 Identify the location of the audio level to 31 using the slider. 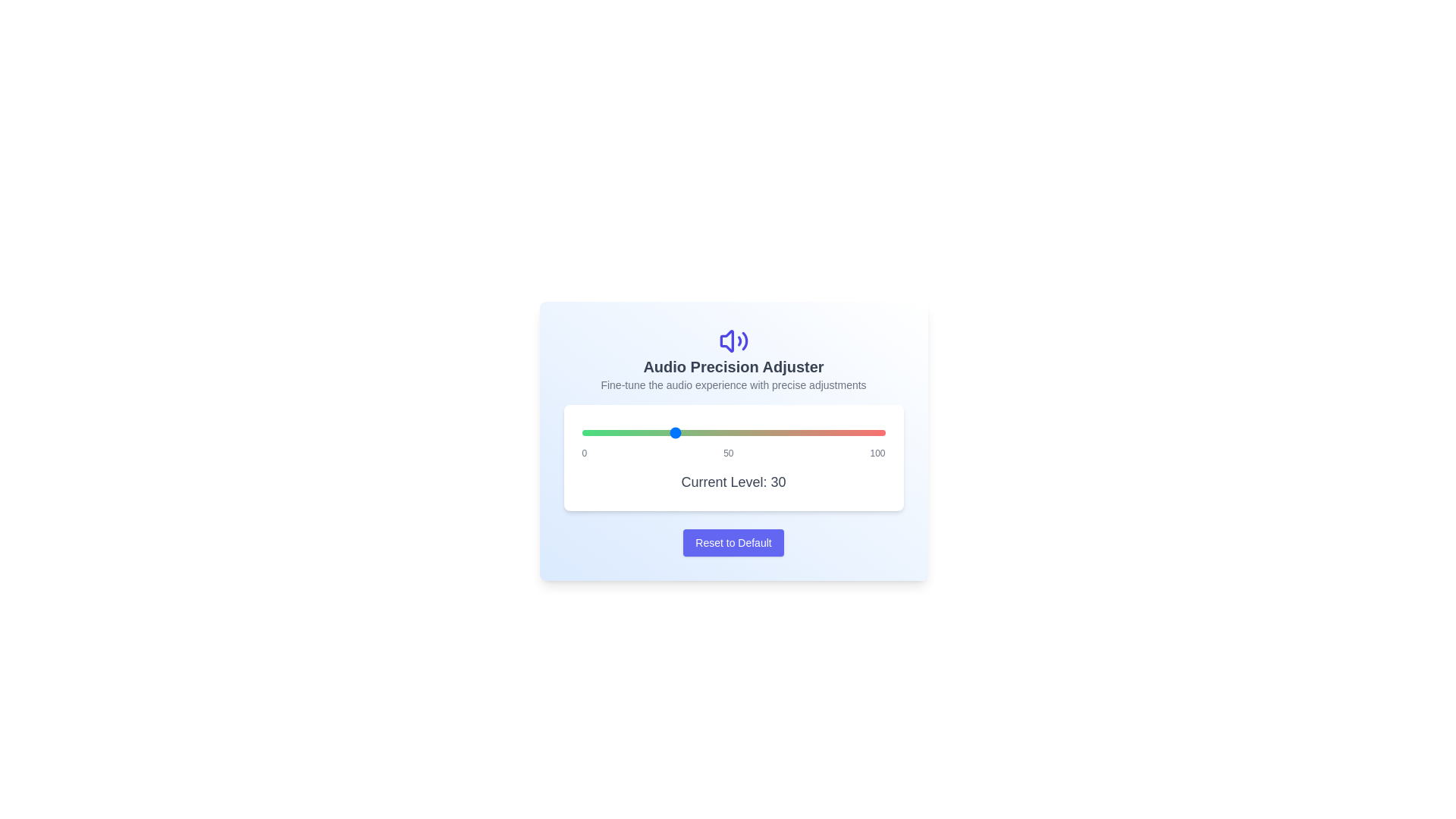
(675, 432).